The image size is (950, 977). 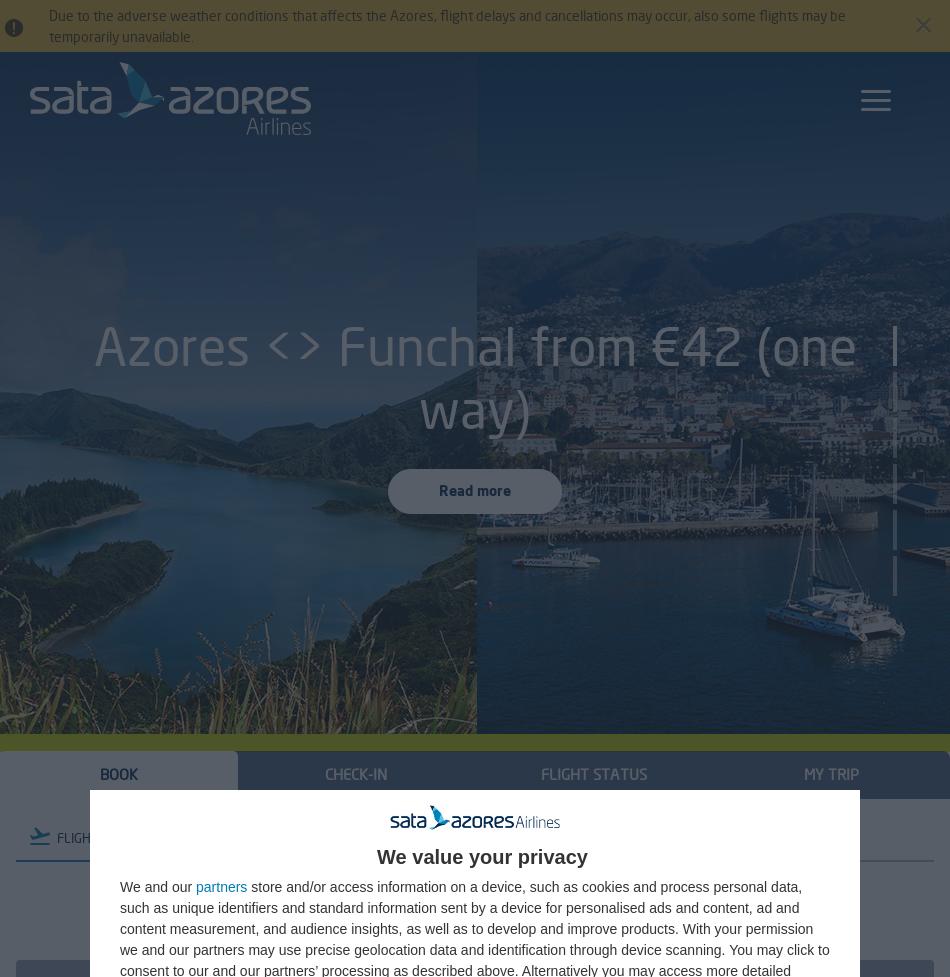 What do you see at coordinates (255, 836) in the screenshot?
I see `'CAR'` at bounding box center [255, 836].